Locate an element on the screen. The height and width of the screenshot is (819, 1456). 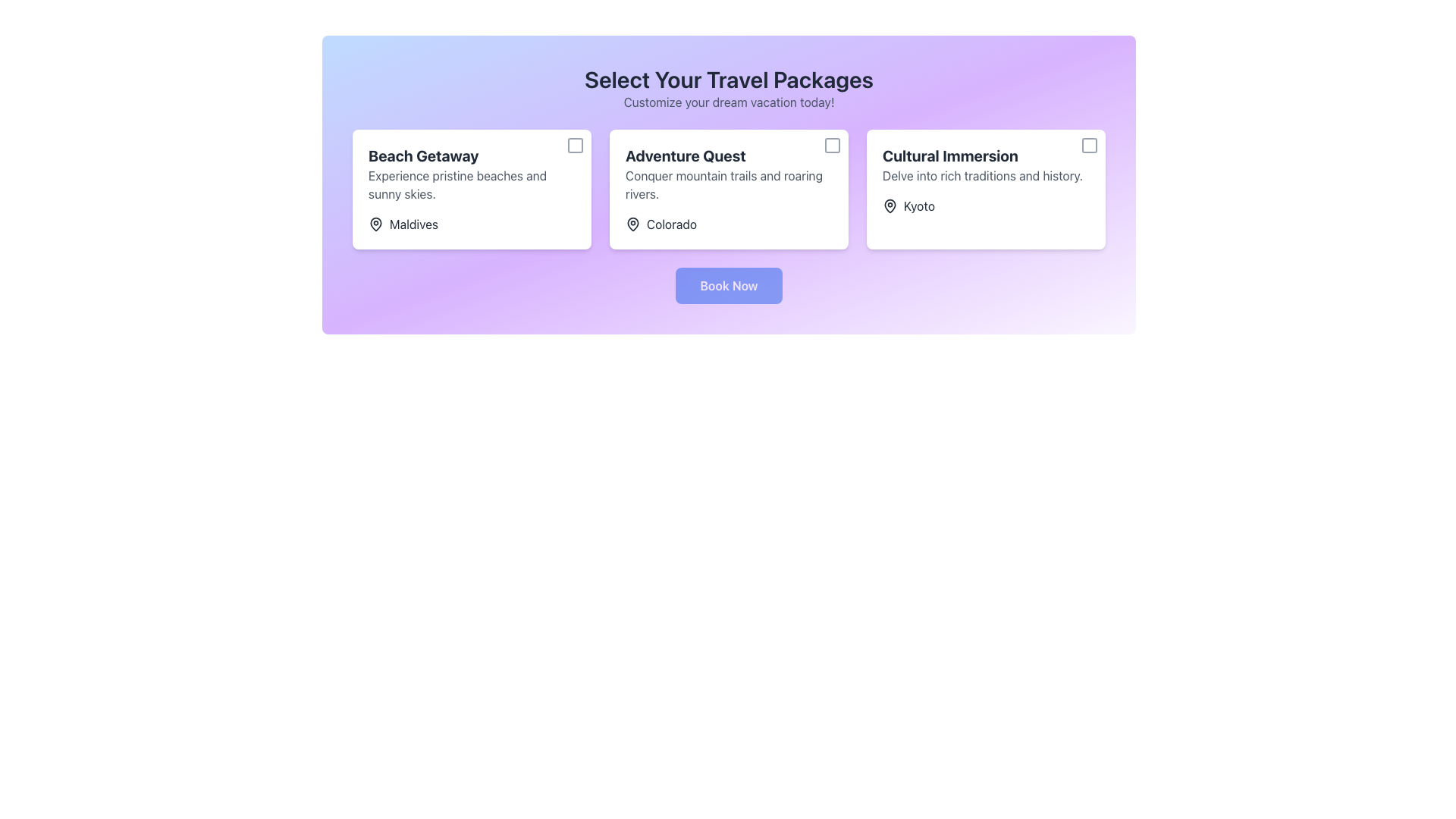
the 'Book Now' button, which is a rectangular button with rounded corners and a blue background, located centrally below the travel package descriptions section is located at coordinates (729, 286).